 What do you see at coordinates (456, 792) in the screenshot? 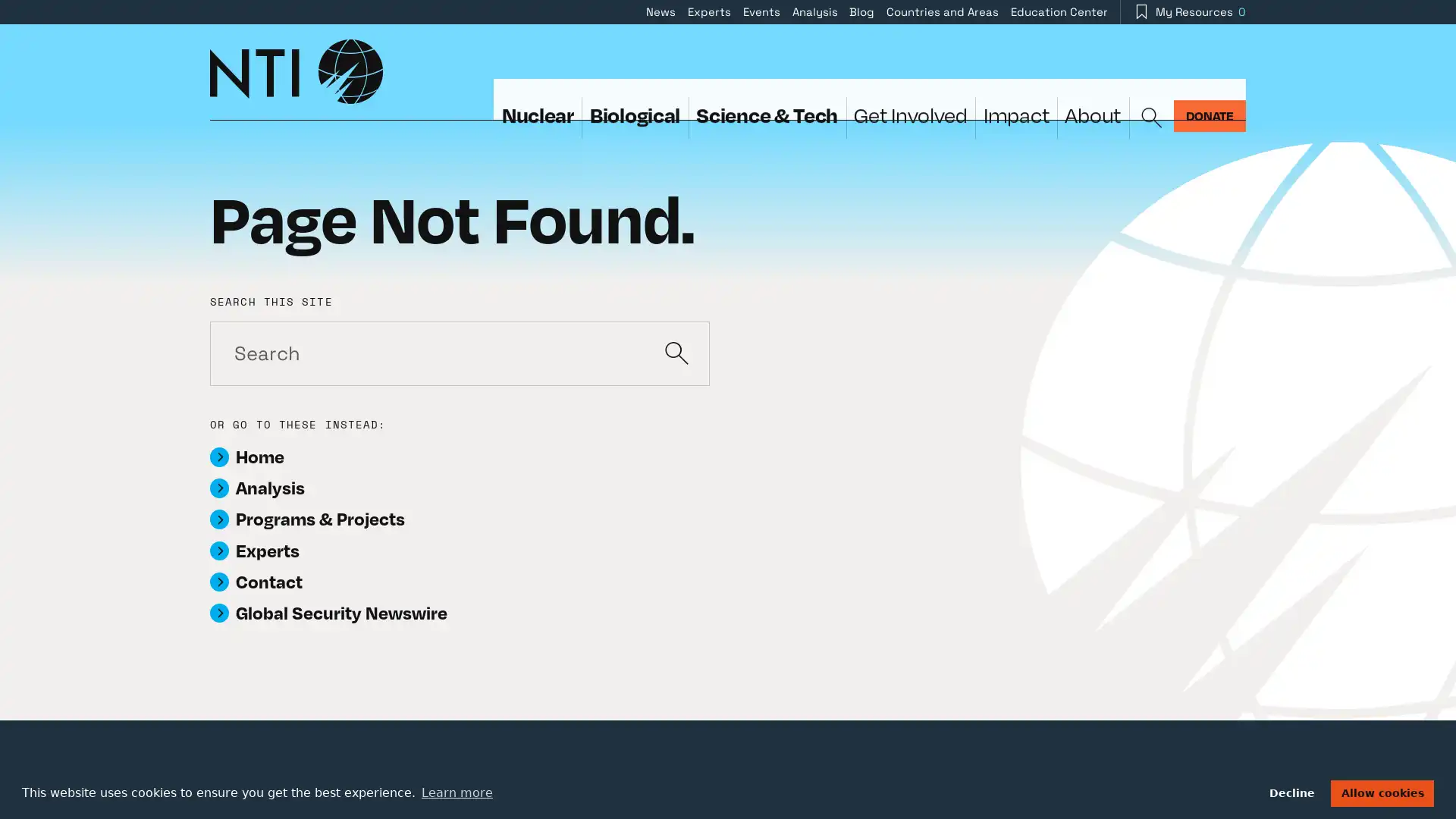
I see `learn more about cookies` at bounding box center [456, 792].